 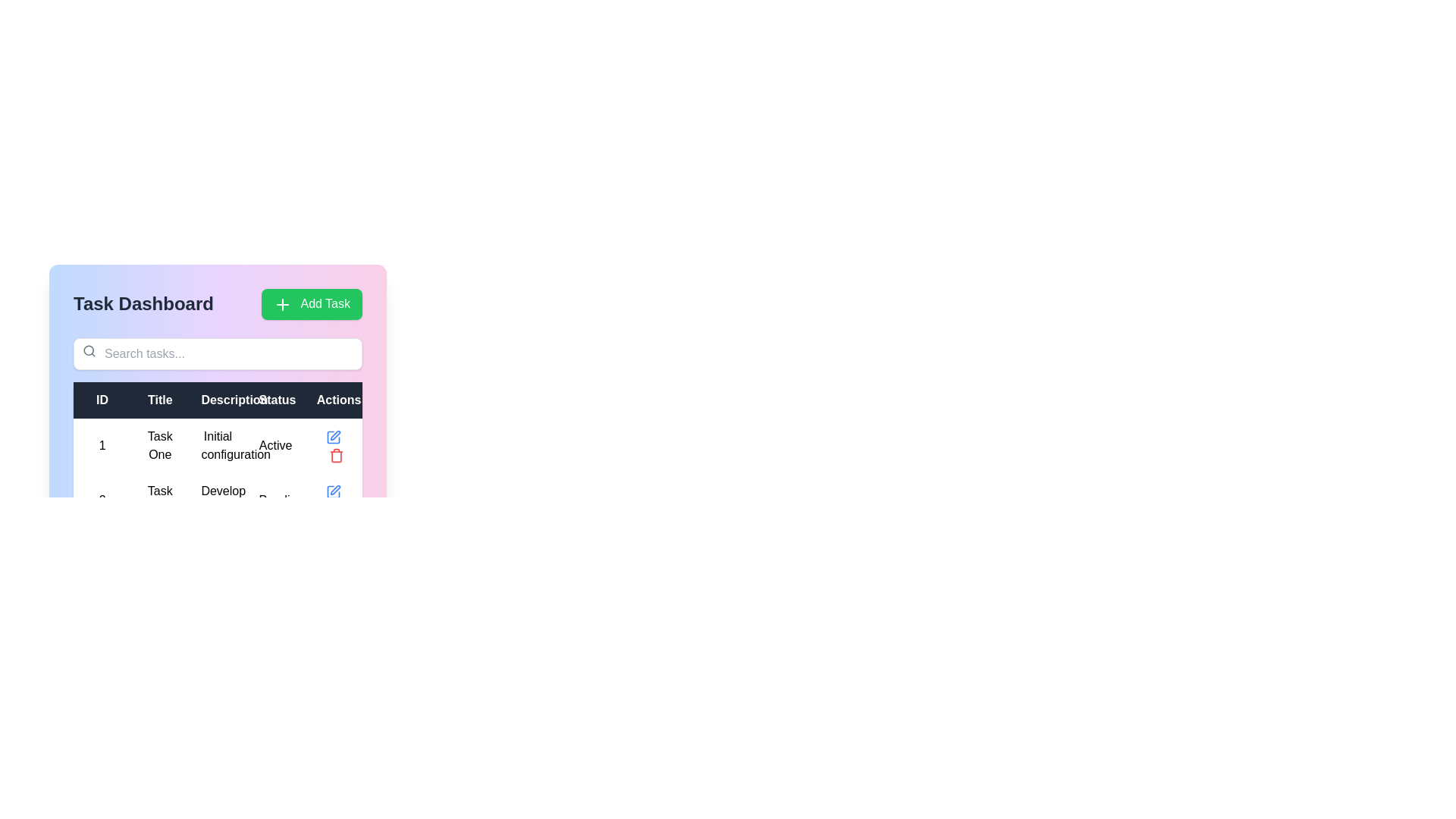 I want to click on text of the Table Header Cell that labels the column for identification numbers, located to the left of the 'Title' column, so click(x=102, y=399).